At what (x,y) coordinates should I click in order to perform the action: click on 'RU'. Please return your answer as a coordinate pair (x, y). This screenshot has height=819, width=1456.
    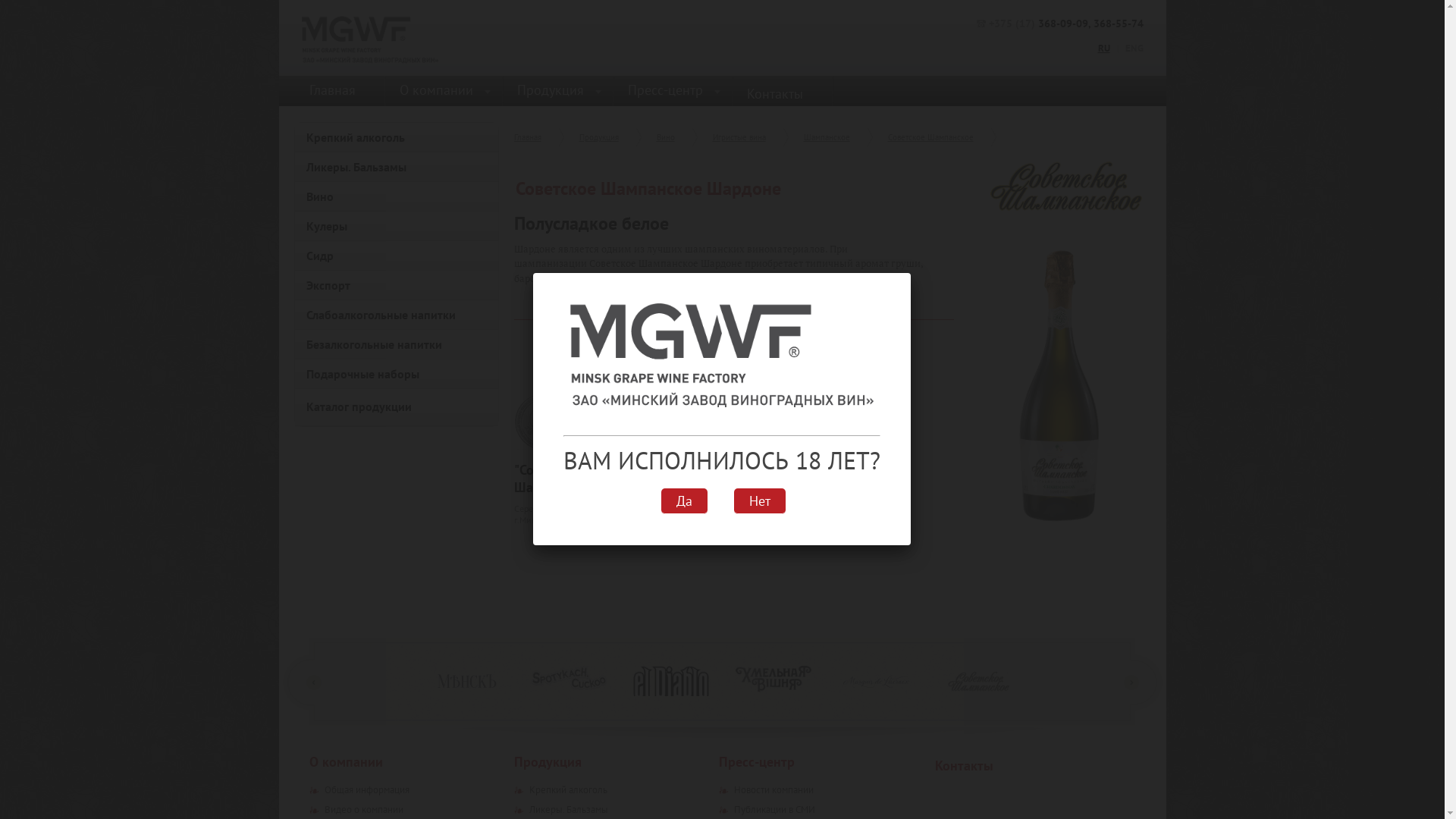
    Looking at the image, I should click on (1098, 47).